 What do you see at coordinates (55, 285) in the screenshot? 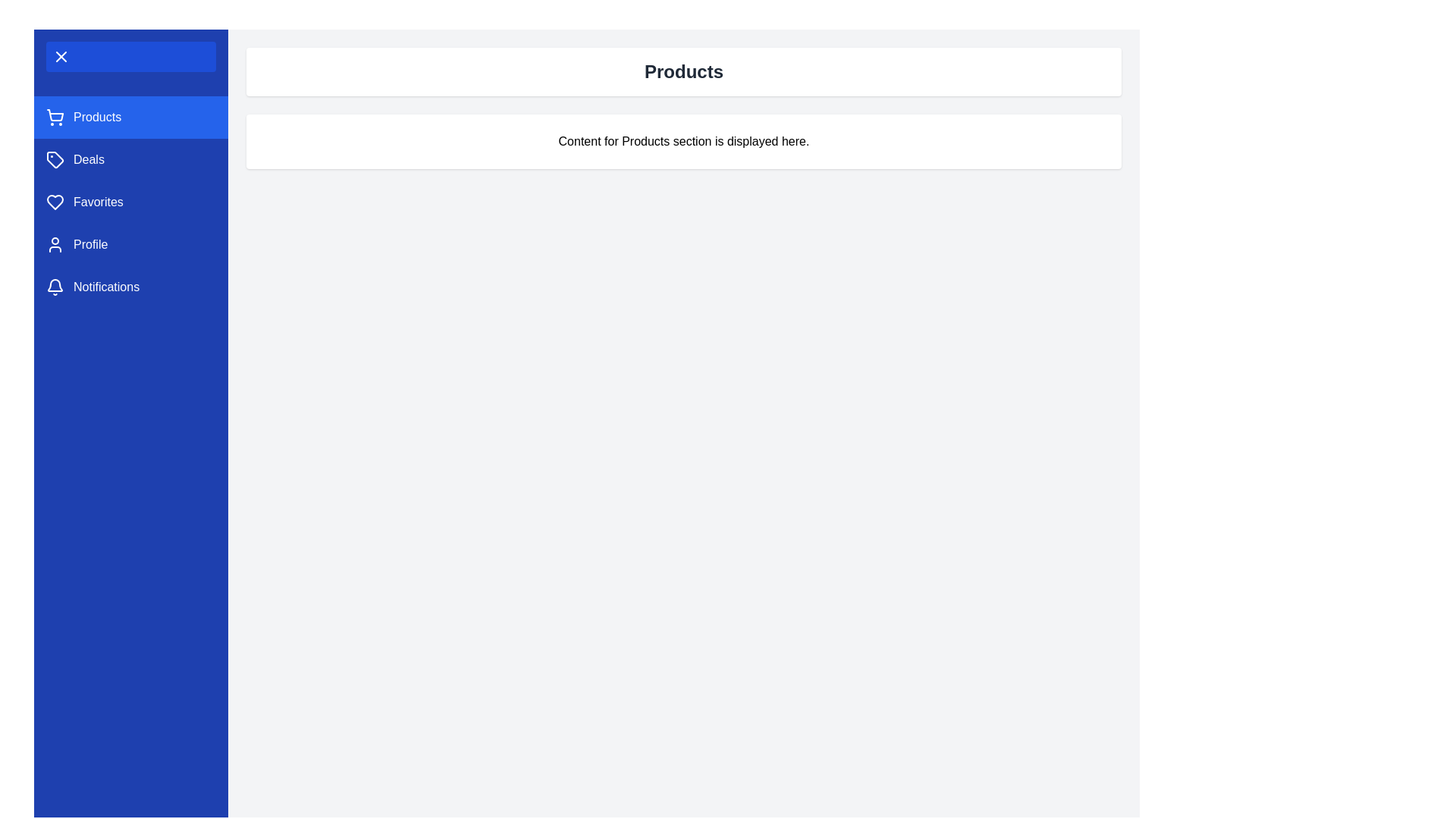
I see `the notification bell icon located at the bottom of the vertical sidebar menu` at bounding box center [55, 285].